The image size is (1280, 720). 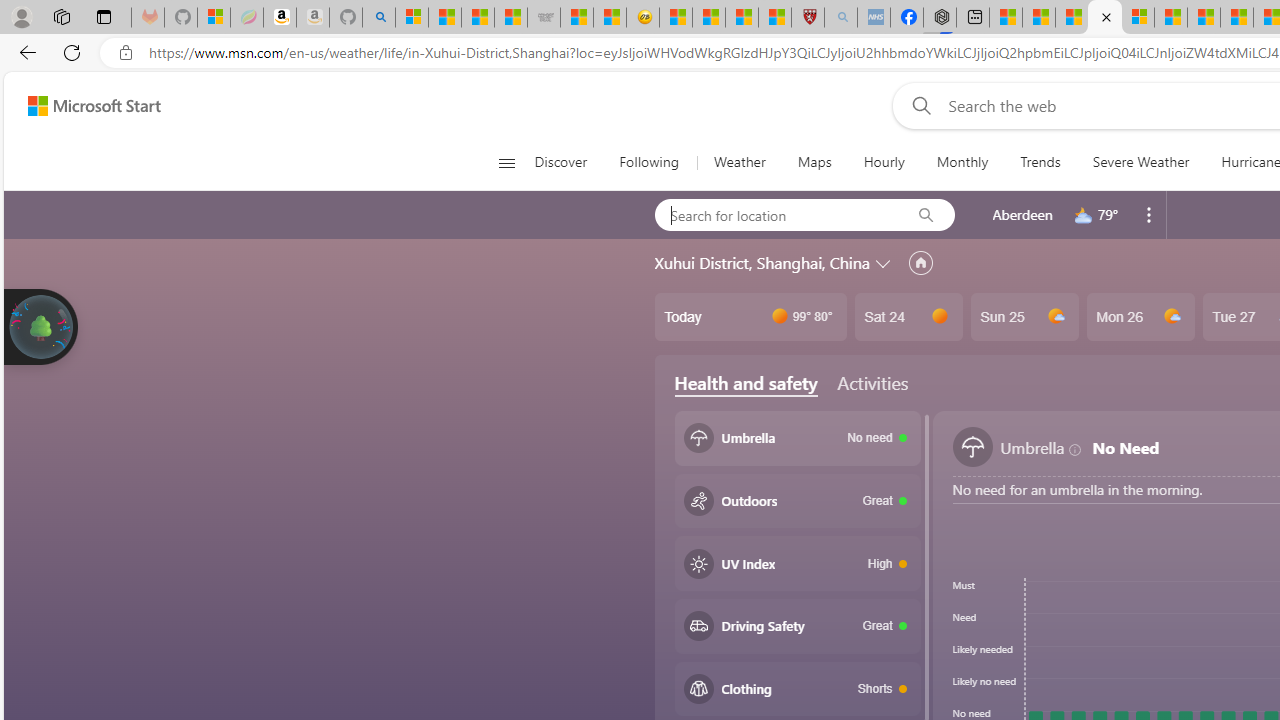 I want to click on 'Remove location', so click(x=1149, y=214).